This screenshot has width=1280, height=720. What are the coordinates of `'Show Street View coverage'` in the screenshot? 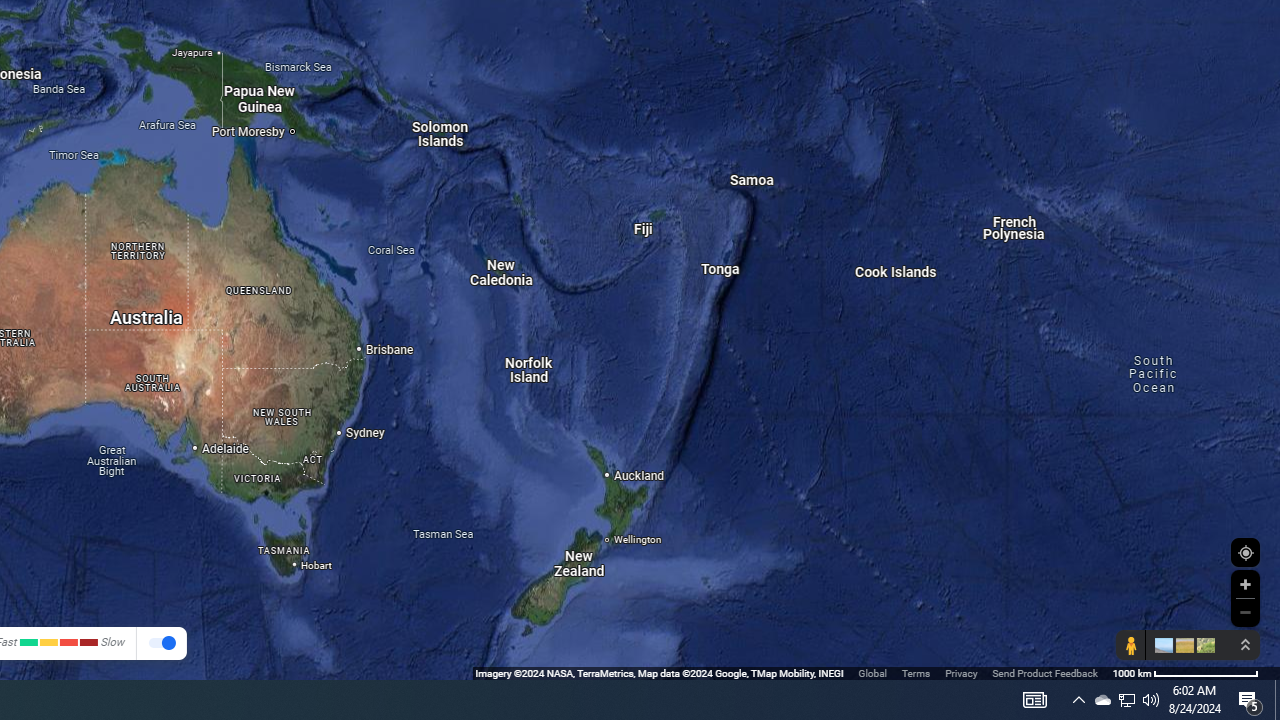 It's located at (1130, 645).